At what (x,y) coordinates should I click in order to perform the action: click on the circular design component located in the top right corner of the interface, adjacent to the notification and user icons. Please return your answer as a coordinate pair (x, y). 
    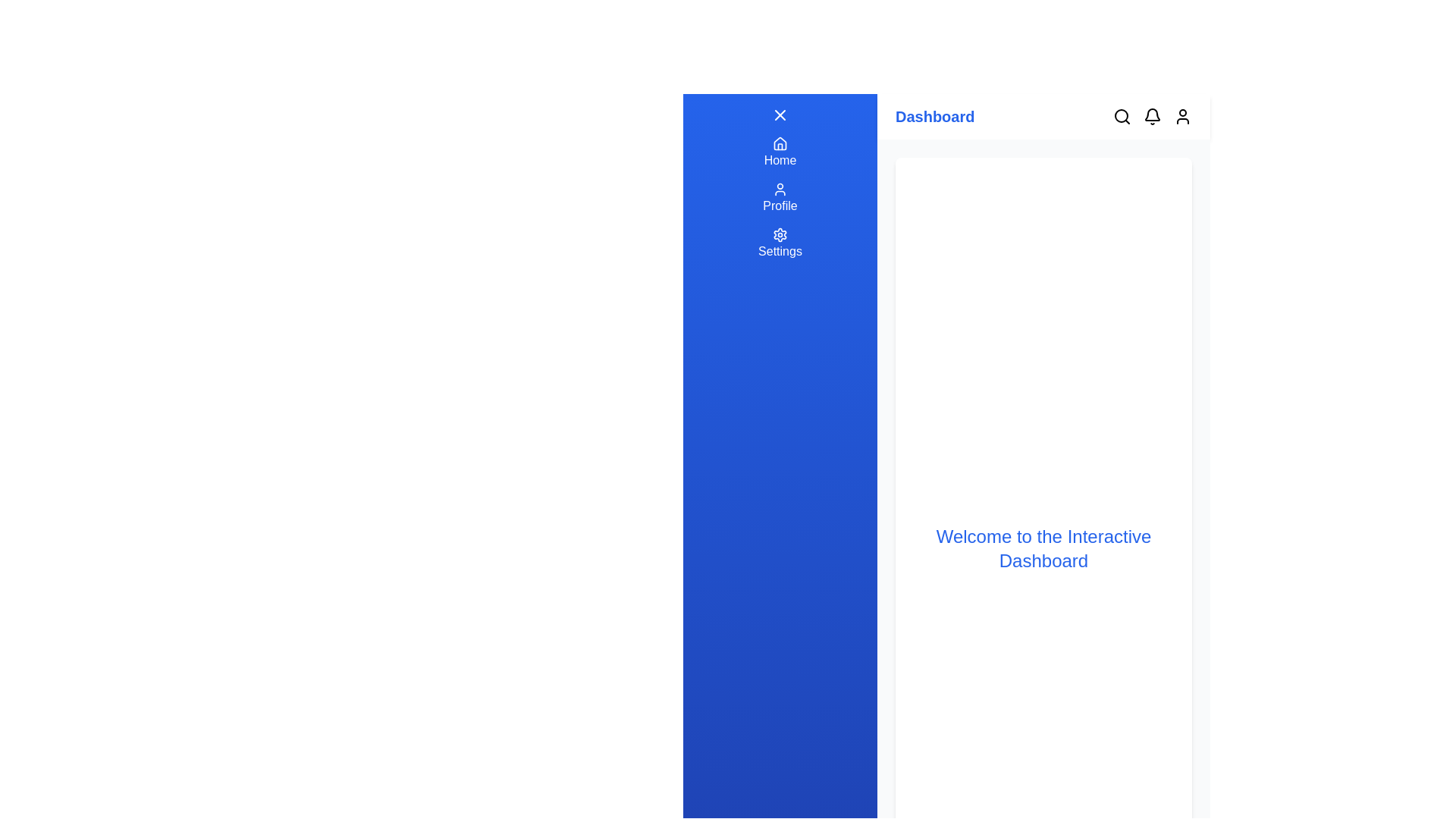
    Looking at the image, I should click on (1121, 115).